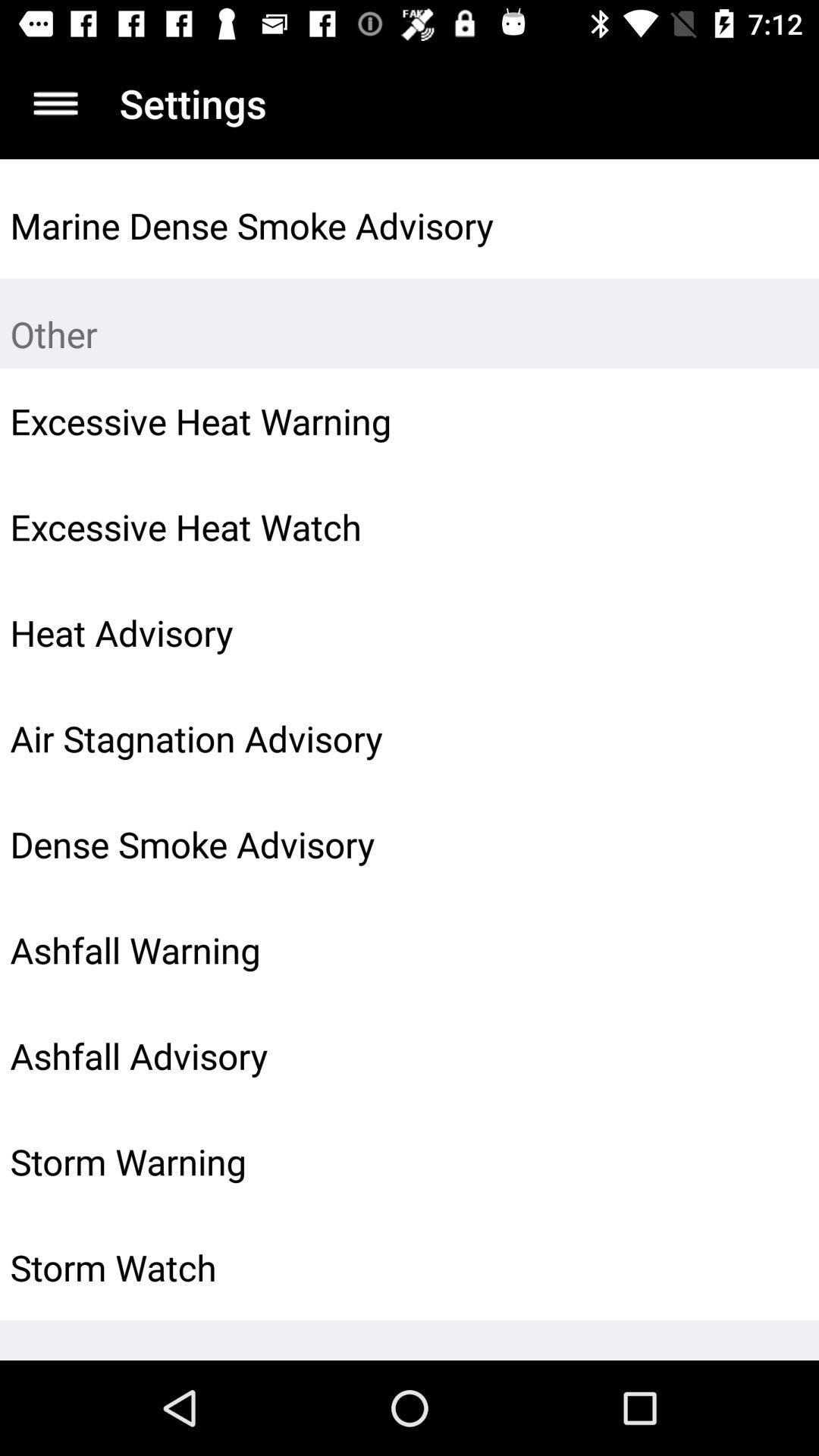 Image resolution: width=819 pixels, height=1456 pixels. Describe the element at coordinates (771, 527) in the screenshot. I see `the icon to the right of the excessive heat watch item` at that location.